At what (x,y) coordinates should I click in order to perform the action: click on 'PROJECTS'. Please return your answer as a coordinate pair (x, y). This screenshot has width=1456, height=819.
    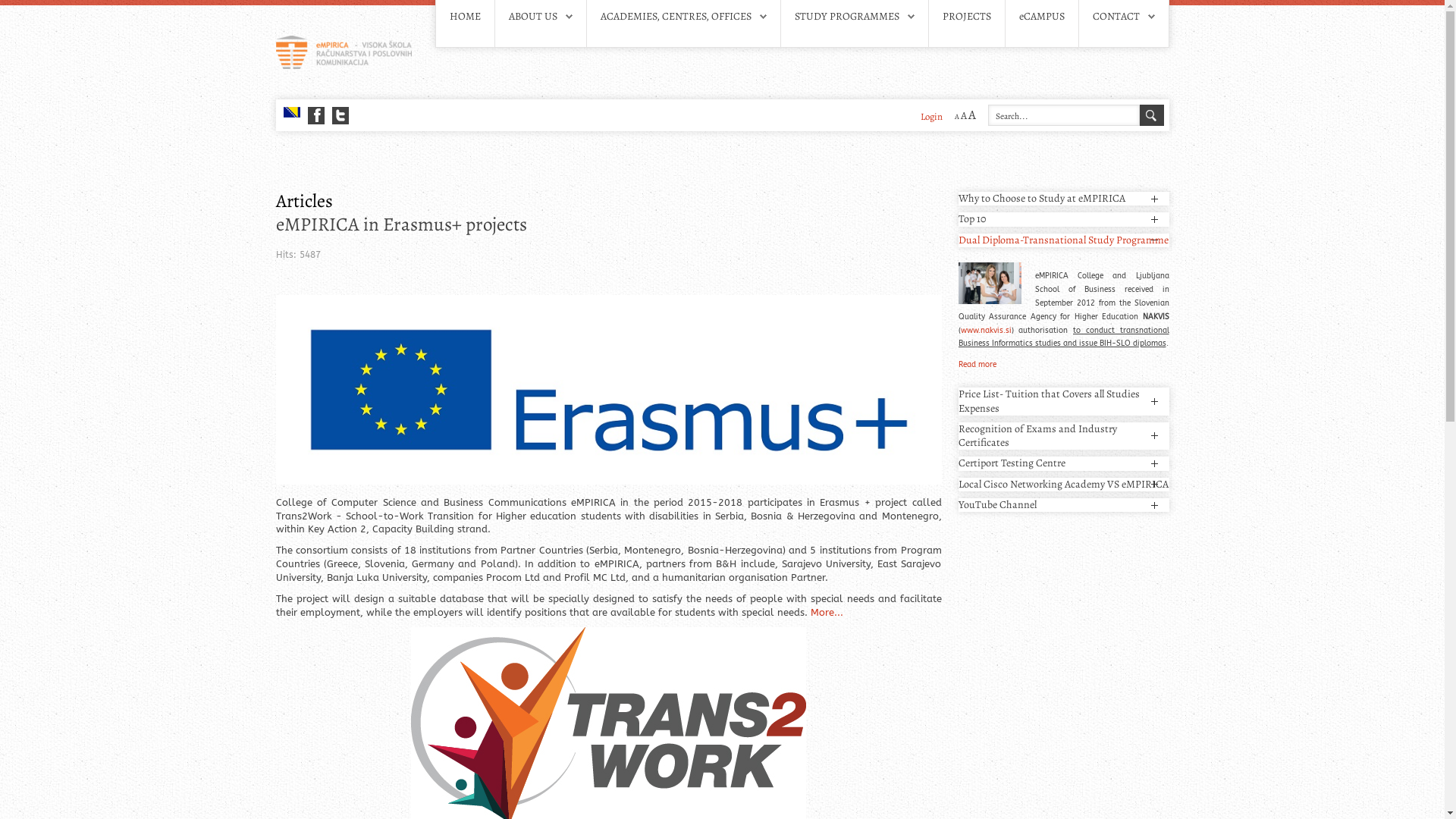
    Looking at the image, I should click on (965, 17).